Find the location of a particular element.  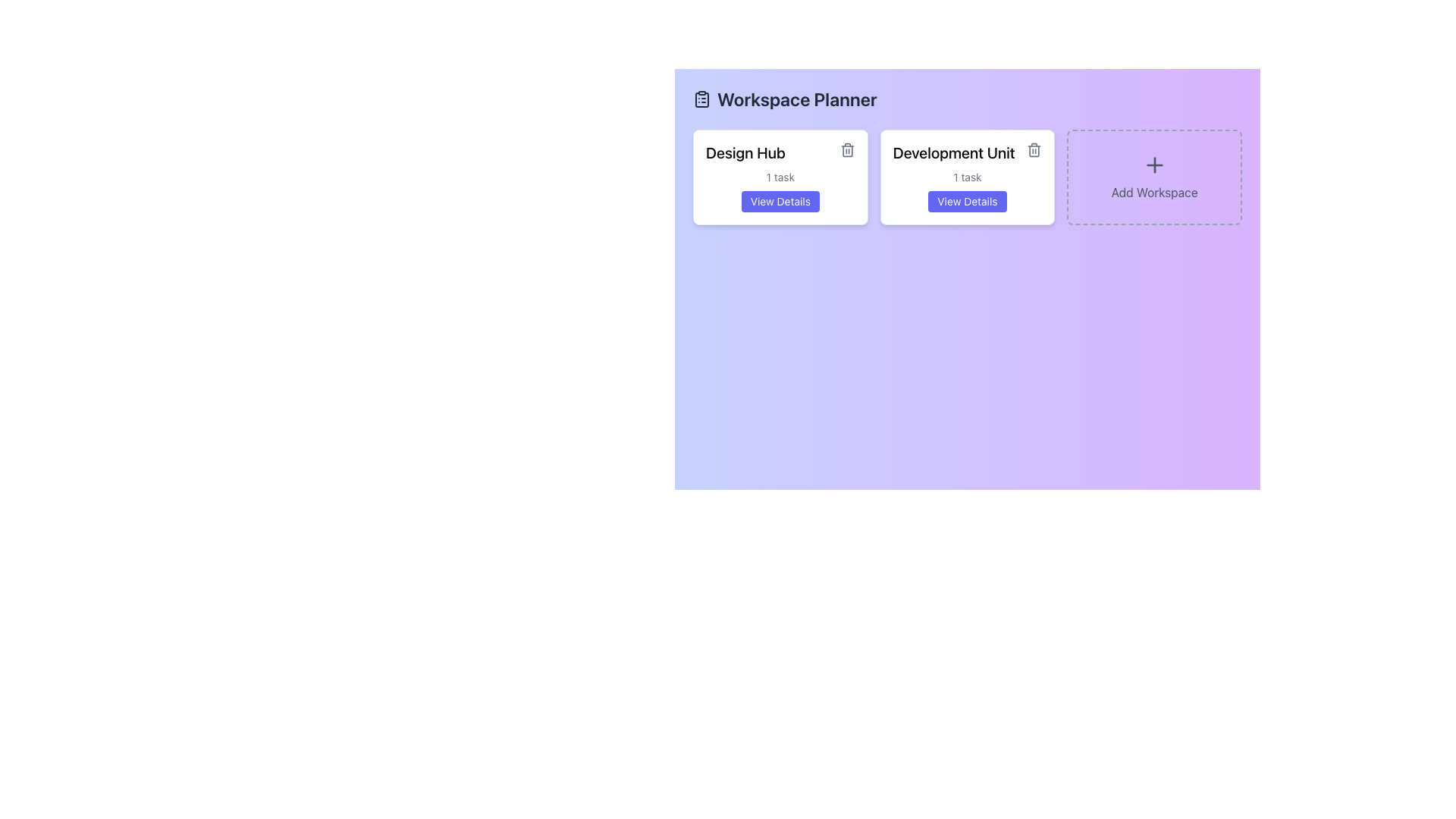

the 'Development Unit' text label, which is styled with a bold font and located within the second card of workspace cards, above the task count is located at coordinates (953, 152).